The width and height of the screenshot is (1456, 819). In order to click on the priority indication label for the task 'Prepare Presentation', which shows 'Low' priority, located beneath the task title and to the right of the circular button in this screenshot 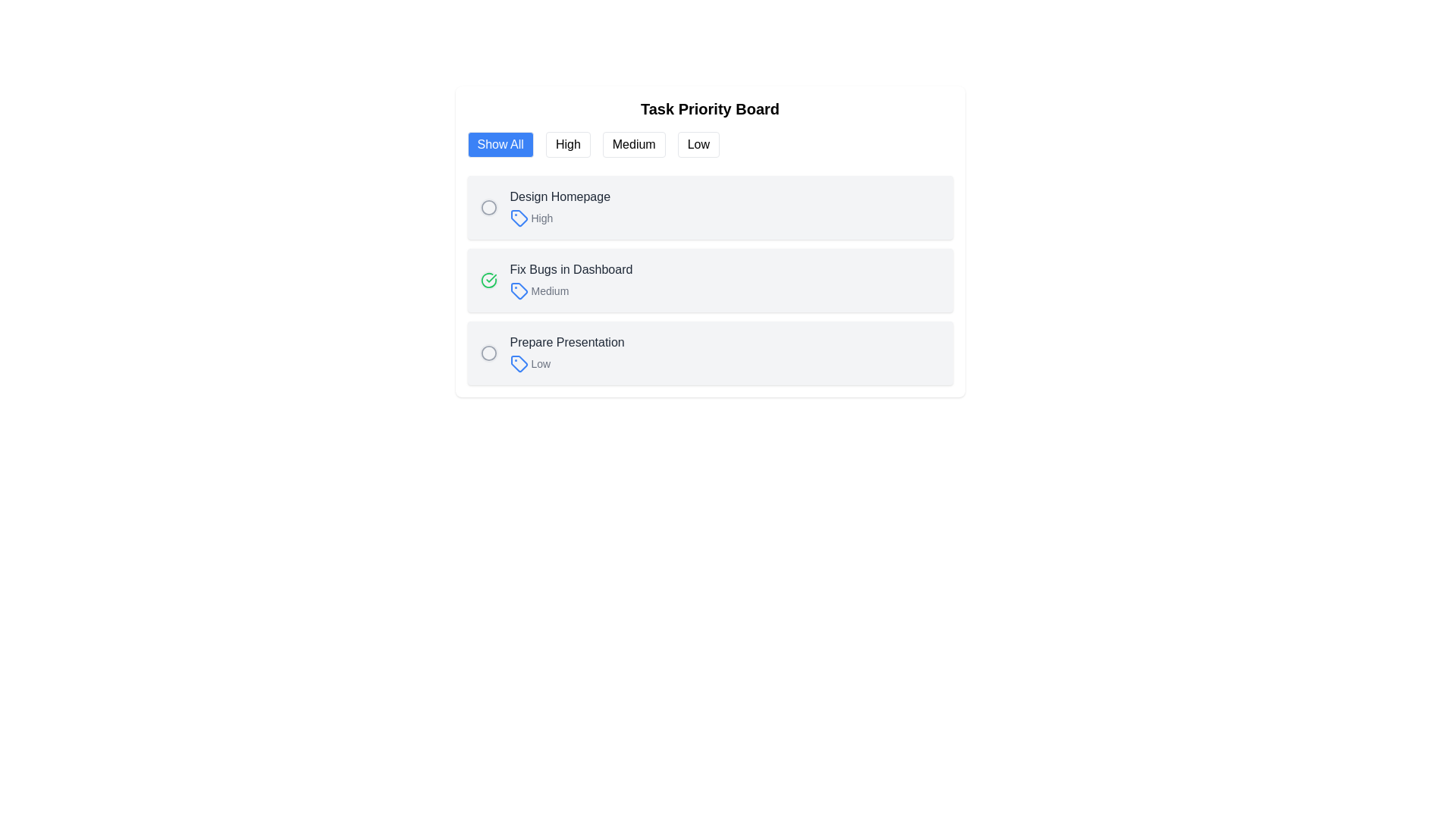, I will do `click(566, 363)`.